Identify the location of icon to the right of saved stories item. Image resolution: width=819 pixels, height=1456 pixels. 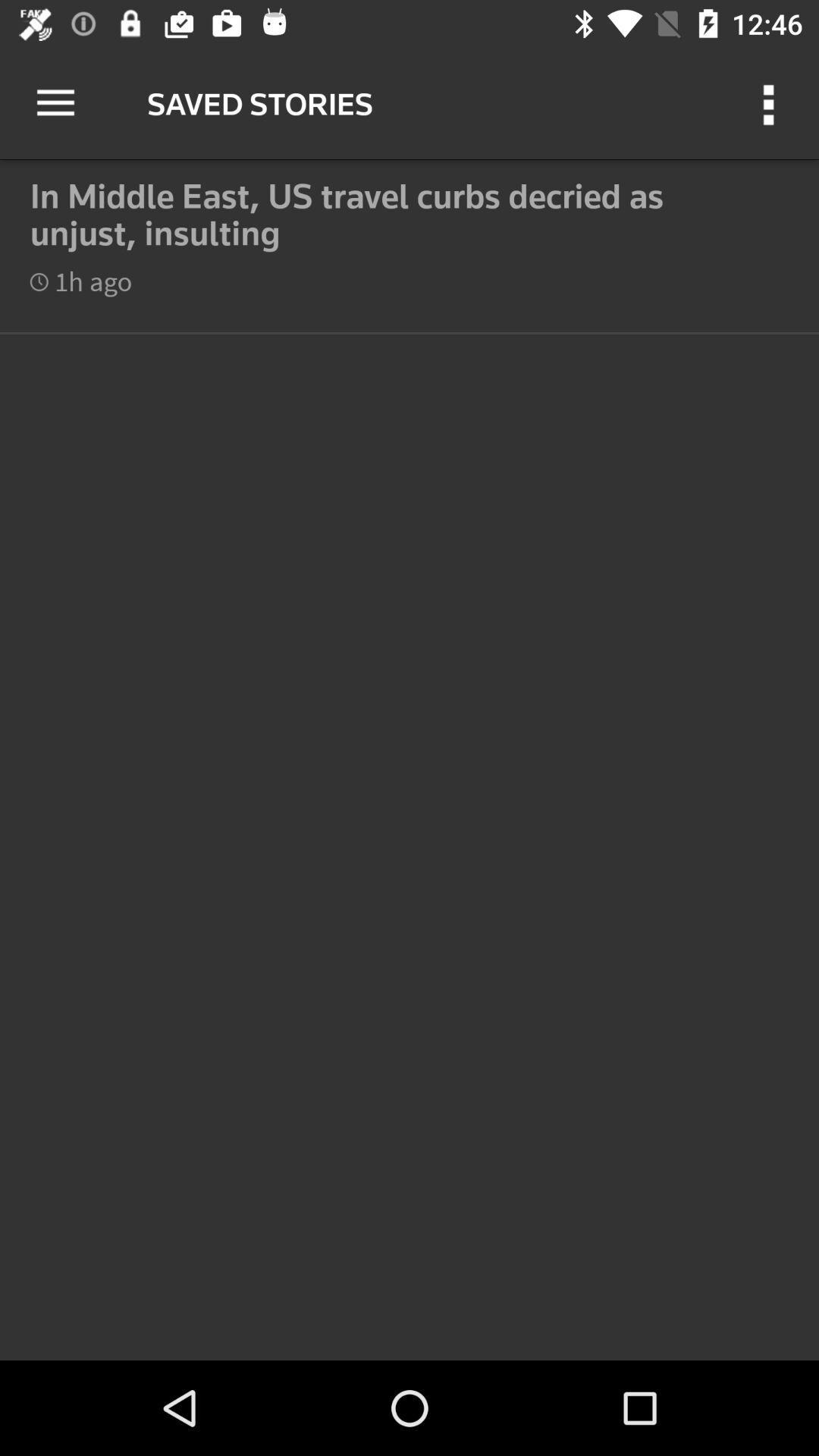
(771, 102).